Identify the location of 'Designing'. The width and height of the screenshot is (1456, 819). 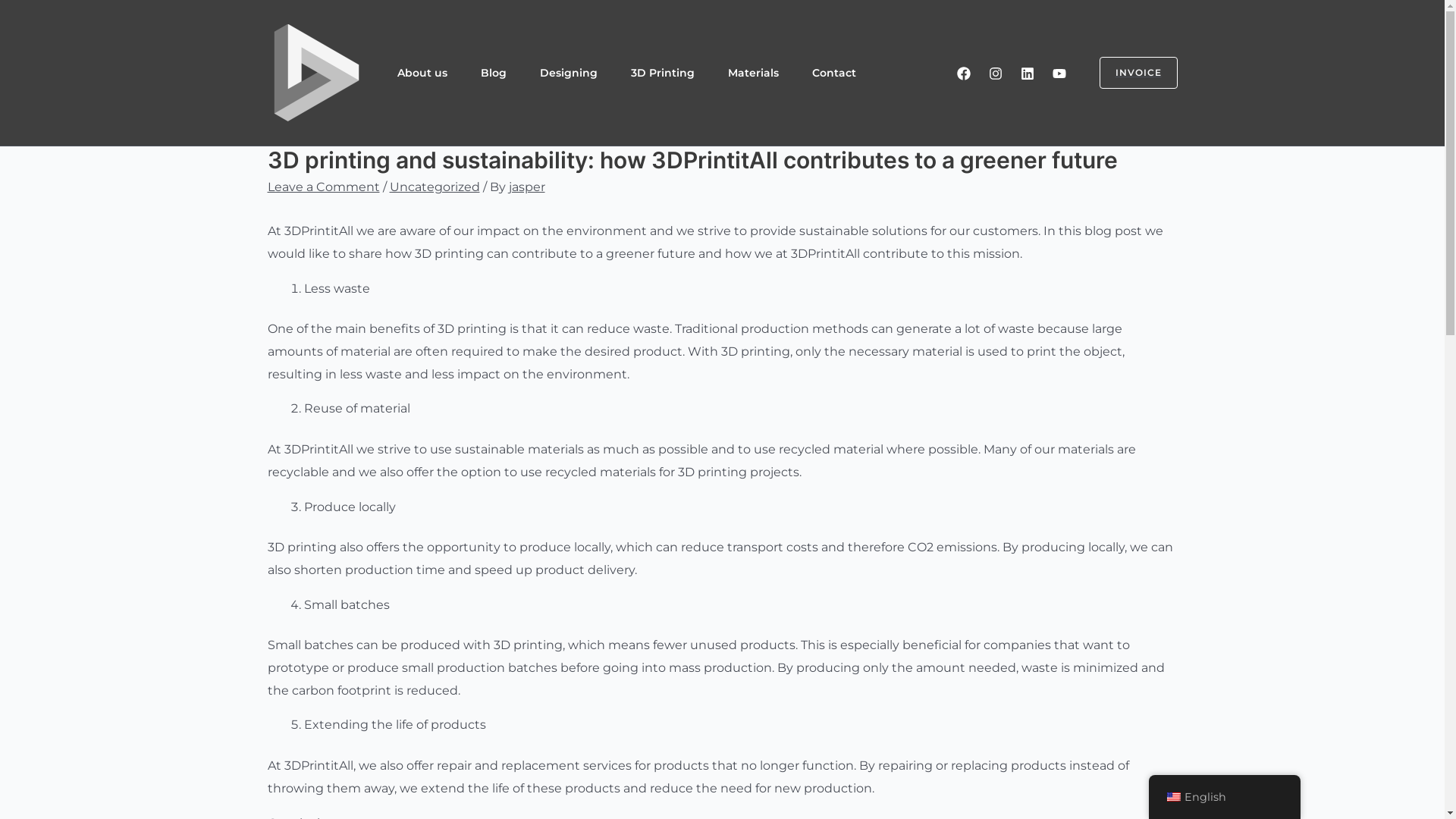
(567, 73).